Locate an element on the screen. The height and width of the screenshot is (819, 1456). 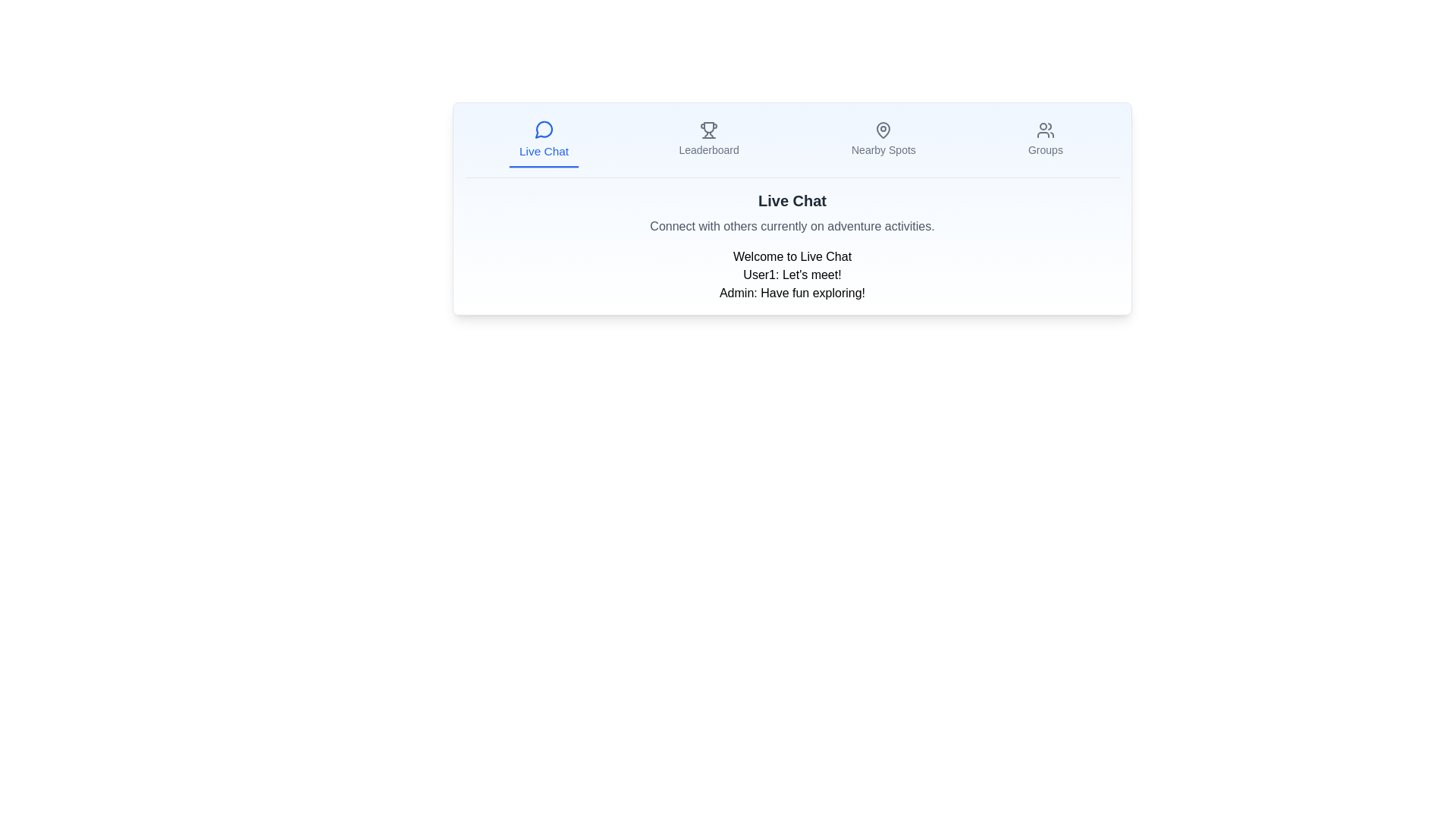
the circular icon resembling a speech bubble located in the navigation bar at the top of the interface, which is the first icon from the left above the 'Live Chat' label is located at coordinates (544, 129).